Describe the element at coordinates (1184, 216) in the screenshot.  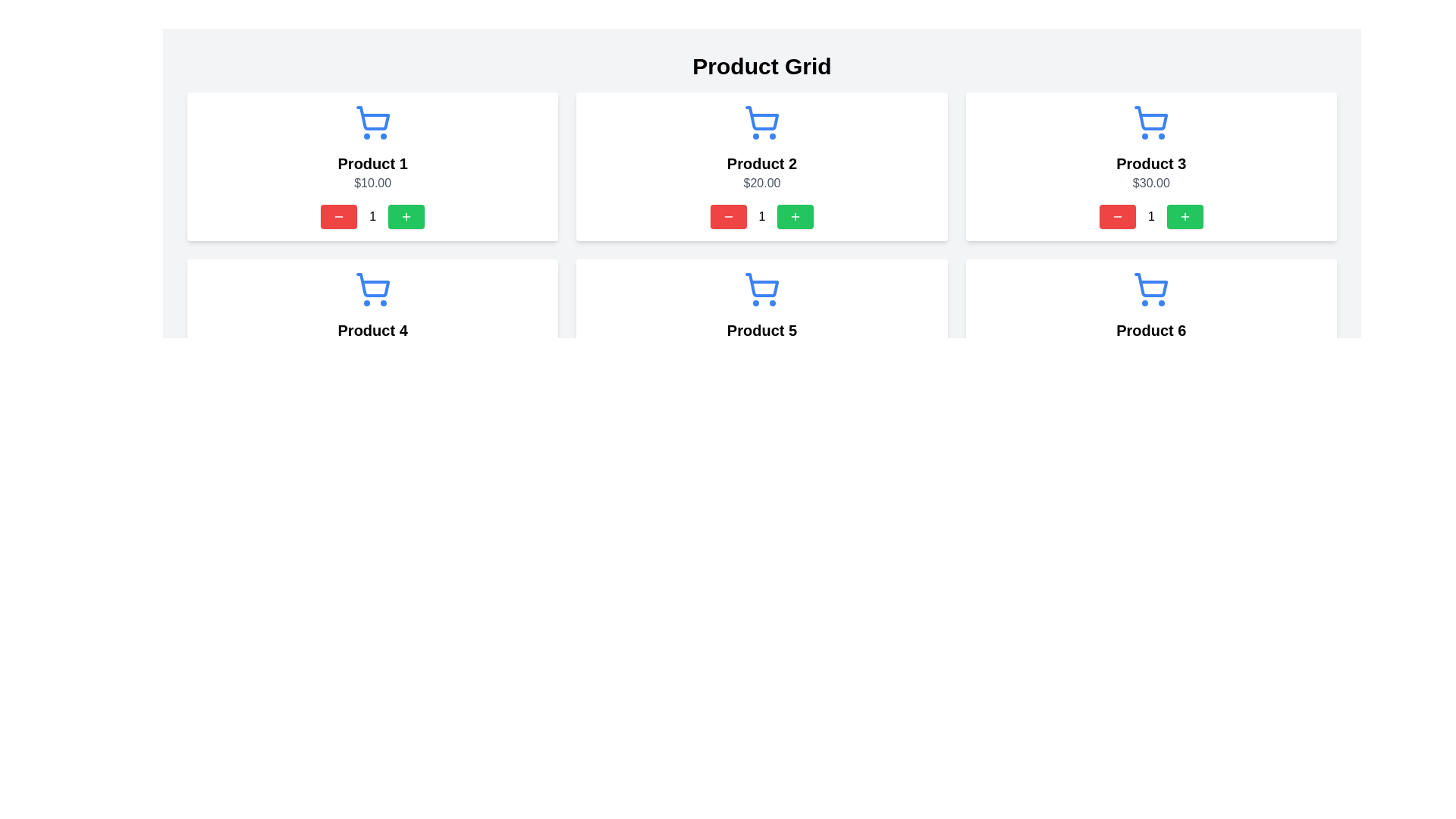
I see `the green rectangular button with a white plus symbol in the third product card labeled 'Product 3' to increment the quantity` at that location.